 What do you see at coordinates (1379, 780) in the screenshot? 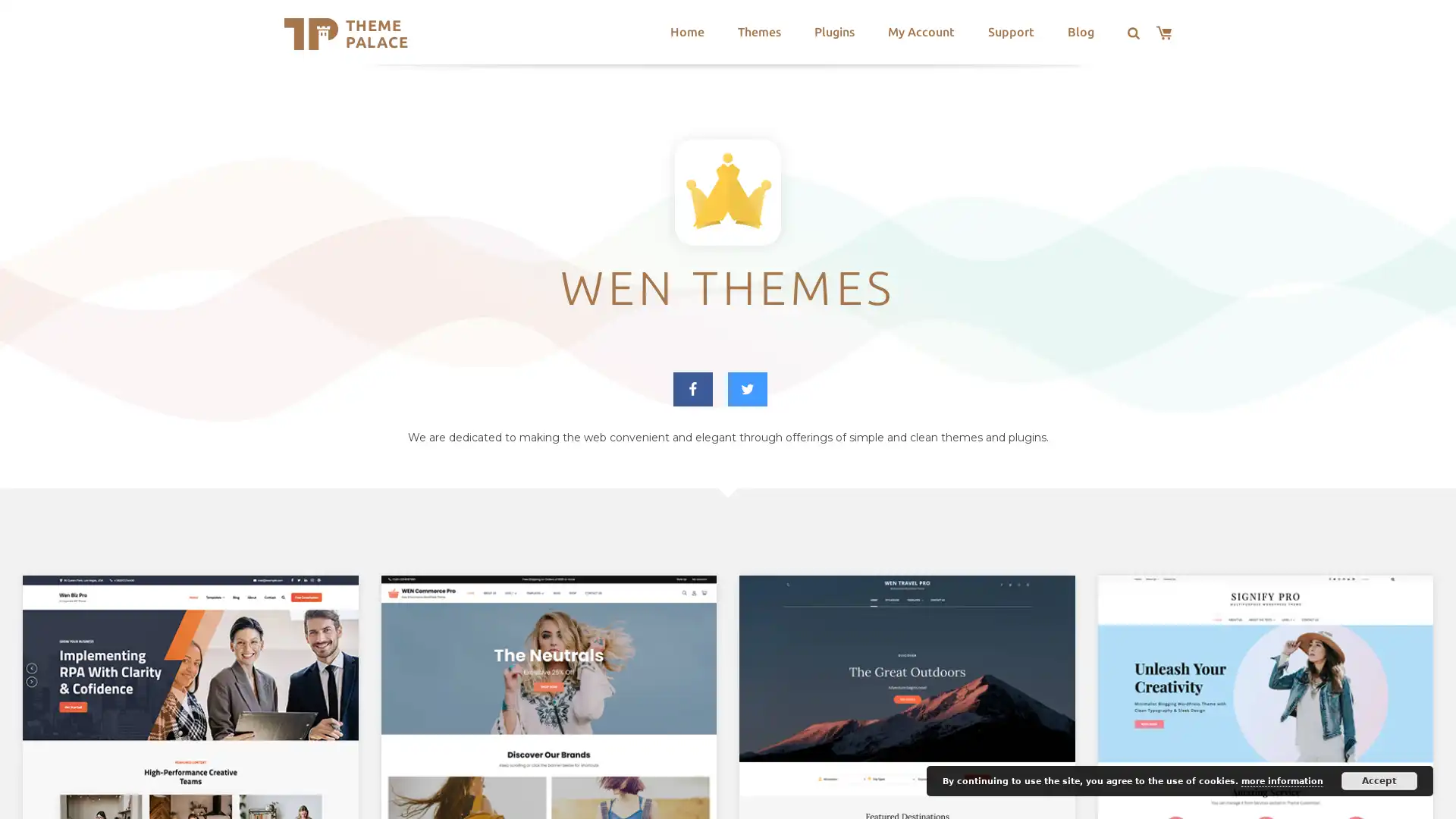
I see `Accept` at bounding box center [1379, 780].